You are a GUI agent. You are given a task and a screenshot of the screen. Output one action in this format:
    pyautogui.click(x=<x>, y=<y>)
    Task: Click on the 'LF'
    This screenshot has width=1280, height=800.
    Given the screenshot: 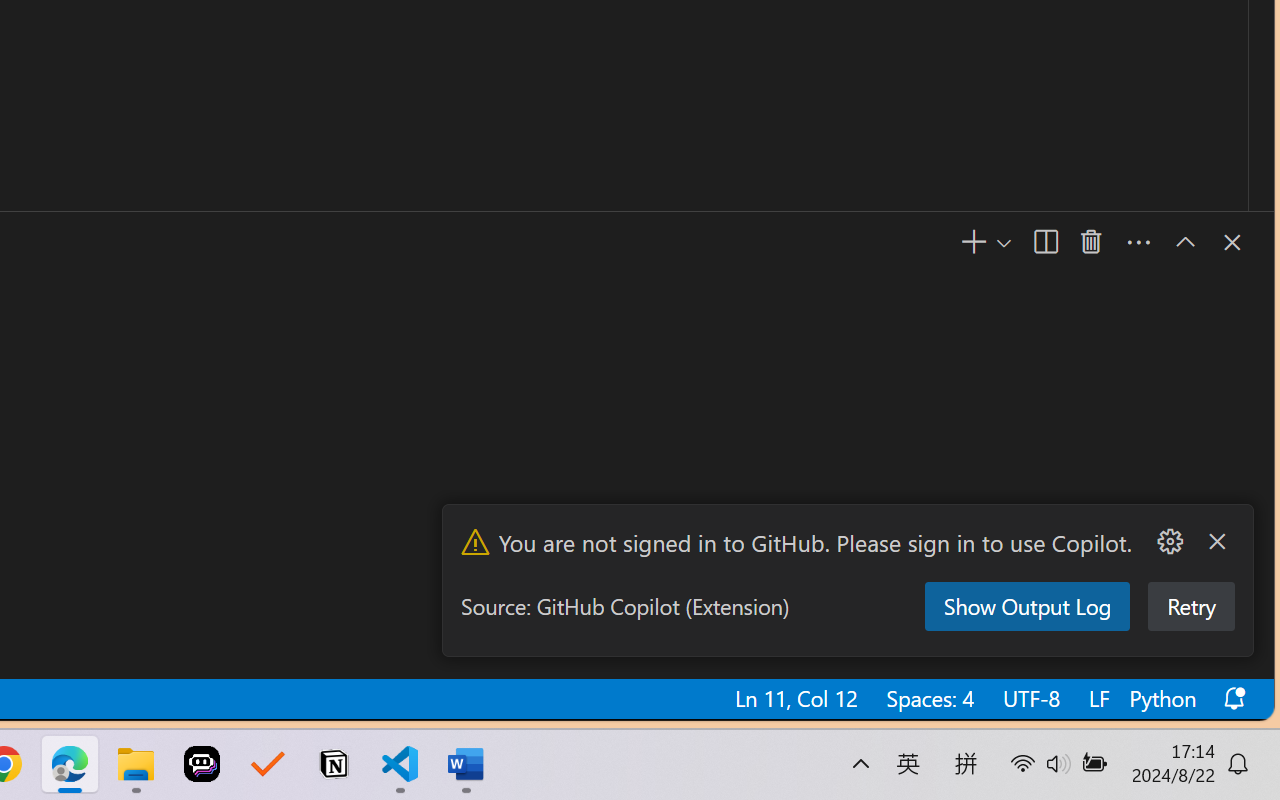 What is the action you would take?
    pyautogui.click(x=1096, y=698)
    